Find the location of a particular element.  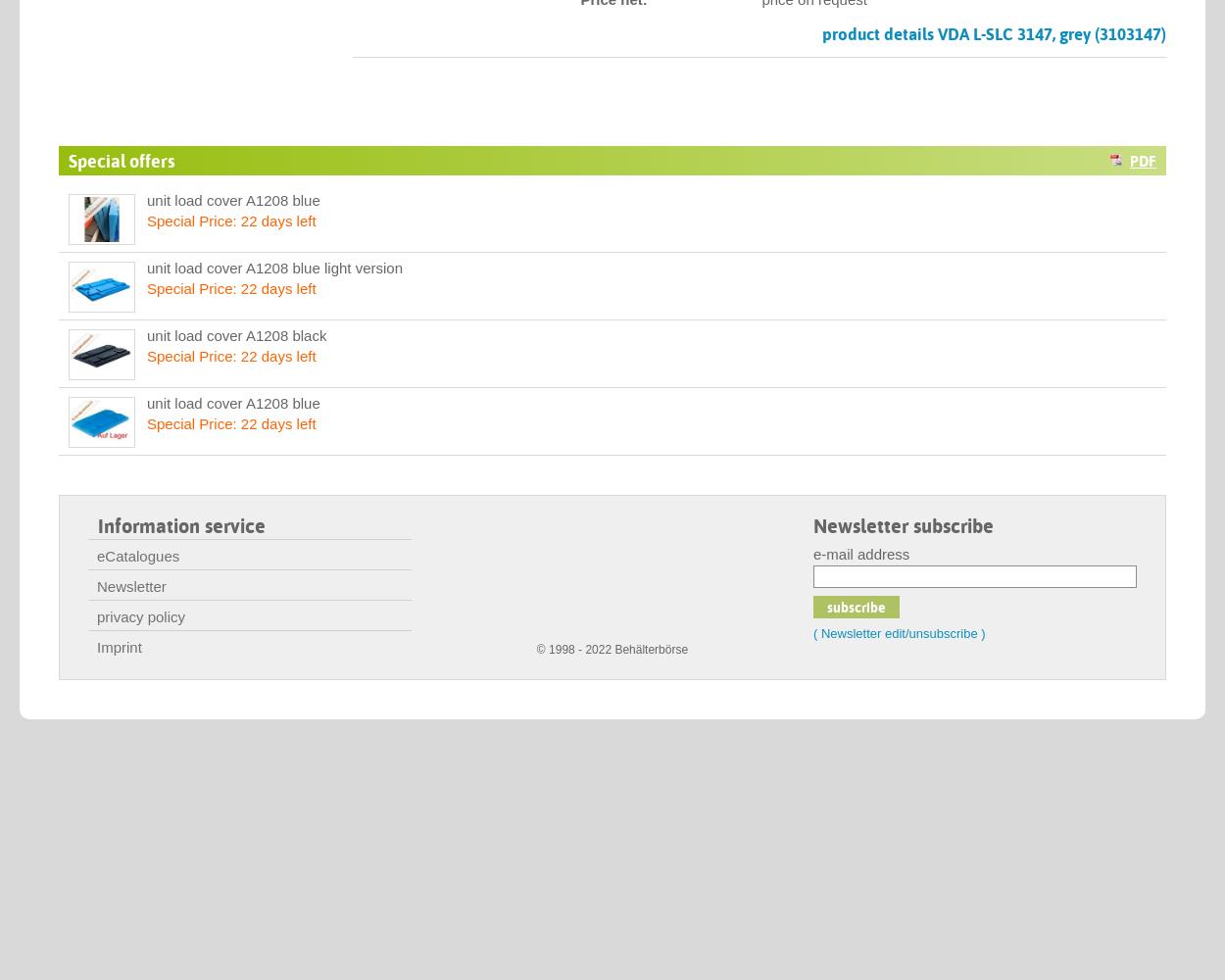

'( Newsletter edit/unsubscribe )' is located at coordinates (899, 633).